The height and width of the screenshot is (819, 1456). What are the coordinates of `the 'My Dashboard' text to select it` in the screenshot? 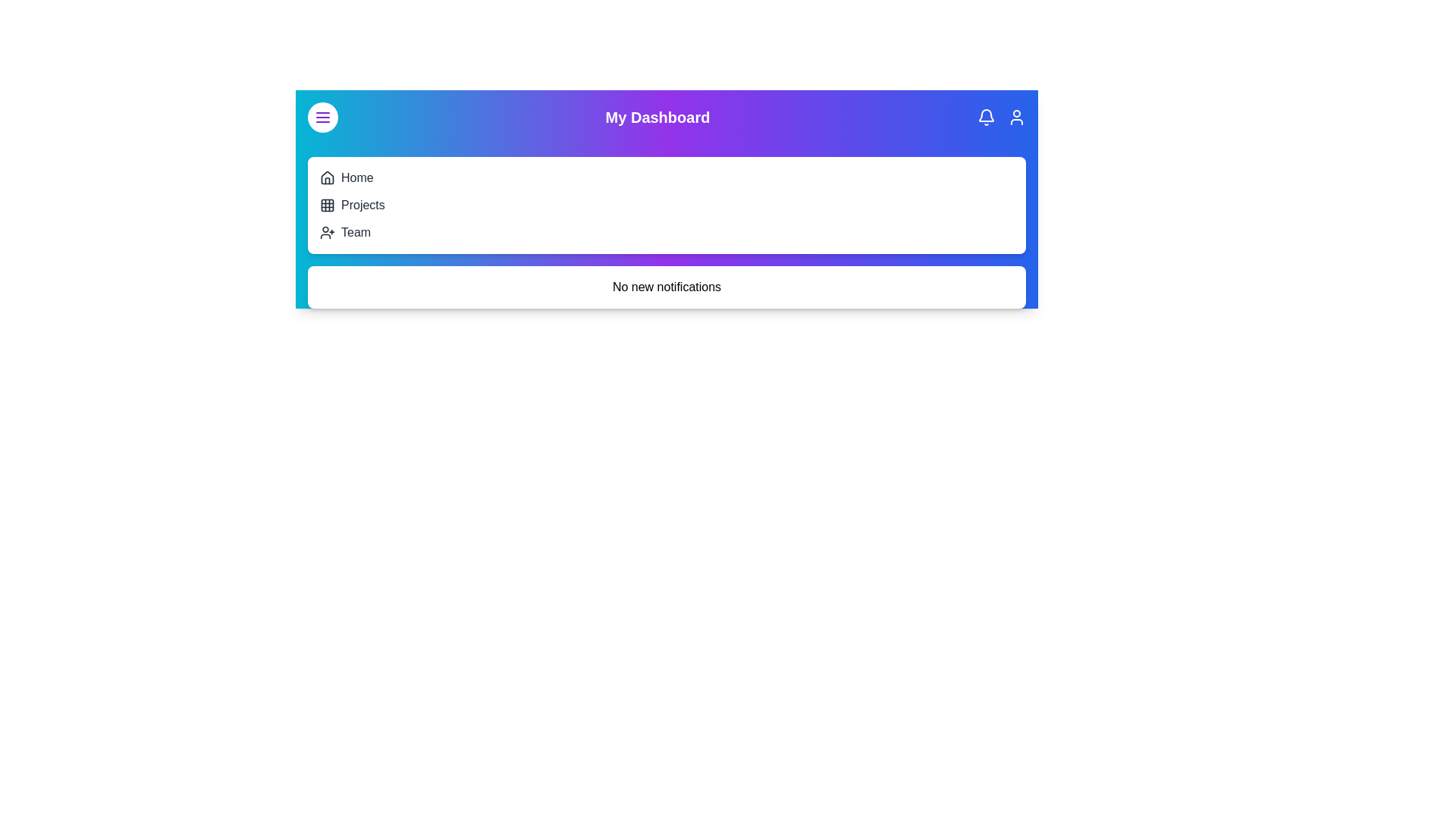 It's located at (657, 116).